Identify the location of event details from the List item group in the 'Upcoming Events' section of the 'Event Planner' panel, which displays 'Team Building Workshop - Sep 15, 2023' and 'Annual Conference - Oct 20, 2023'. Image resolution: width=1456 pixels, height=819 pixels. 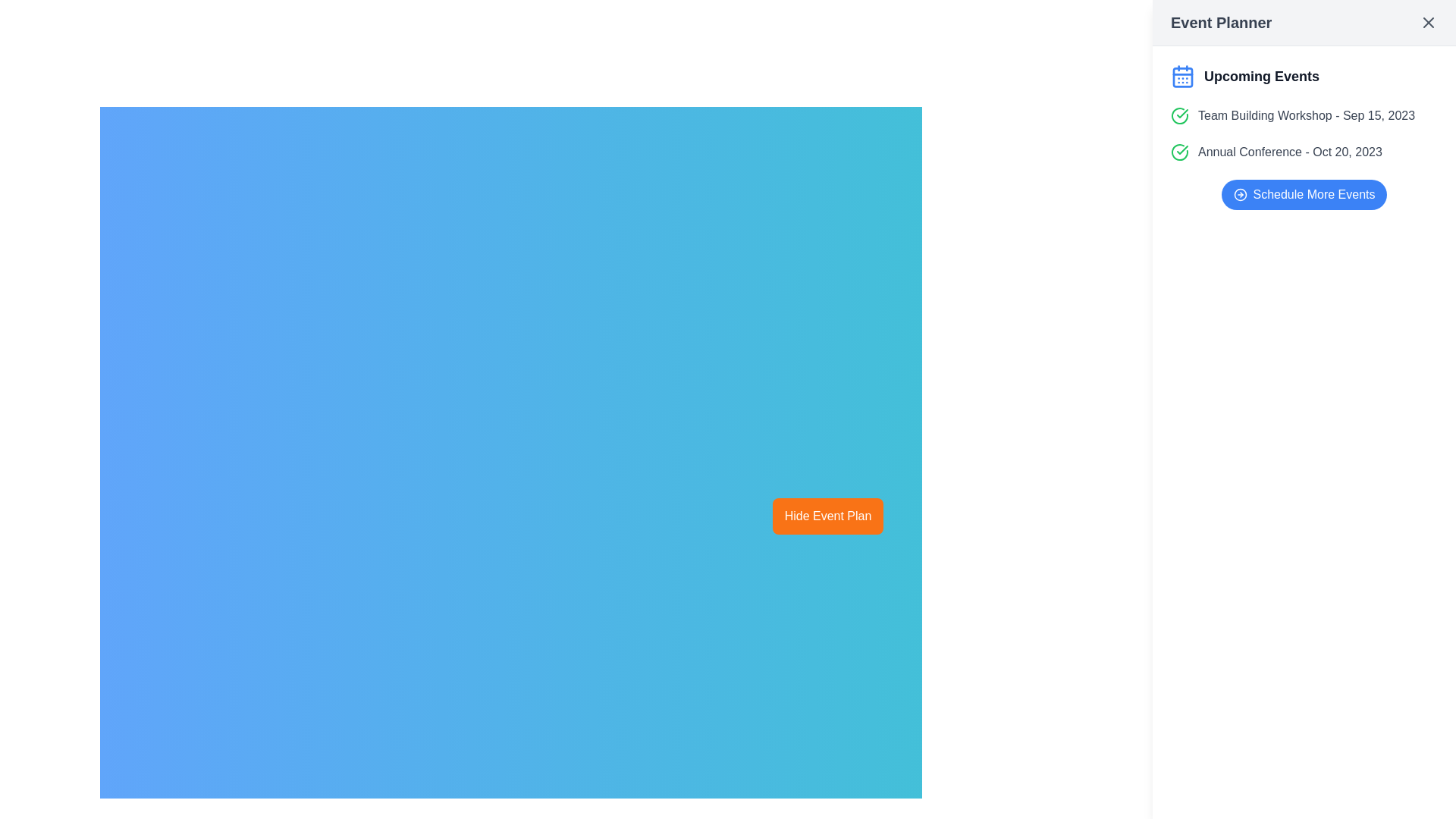
(1303, 133).